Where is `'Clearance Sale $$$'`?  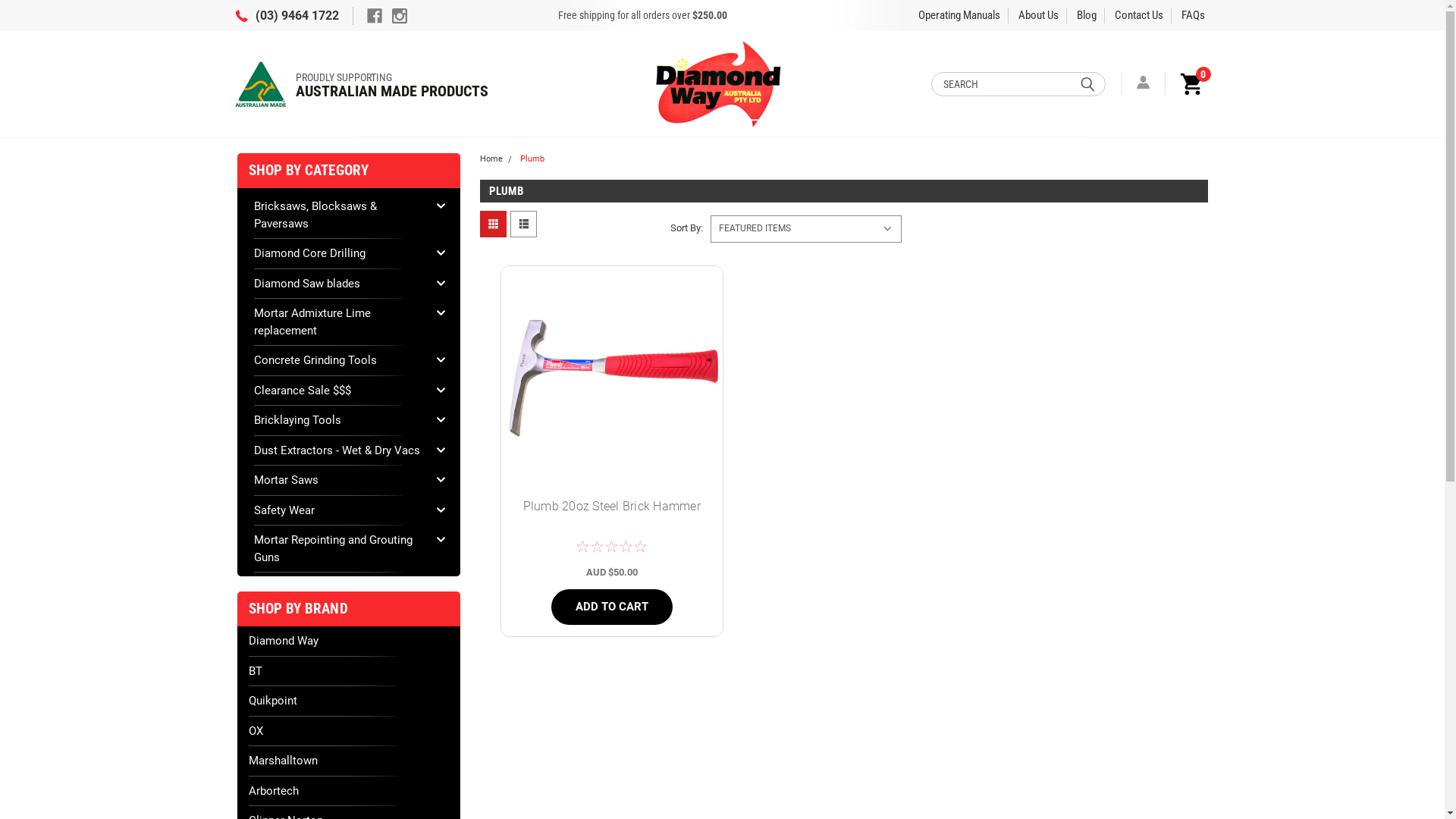
'Clearance Sale $$$' is located at coordinates (338, 390).